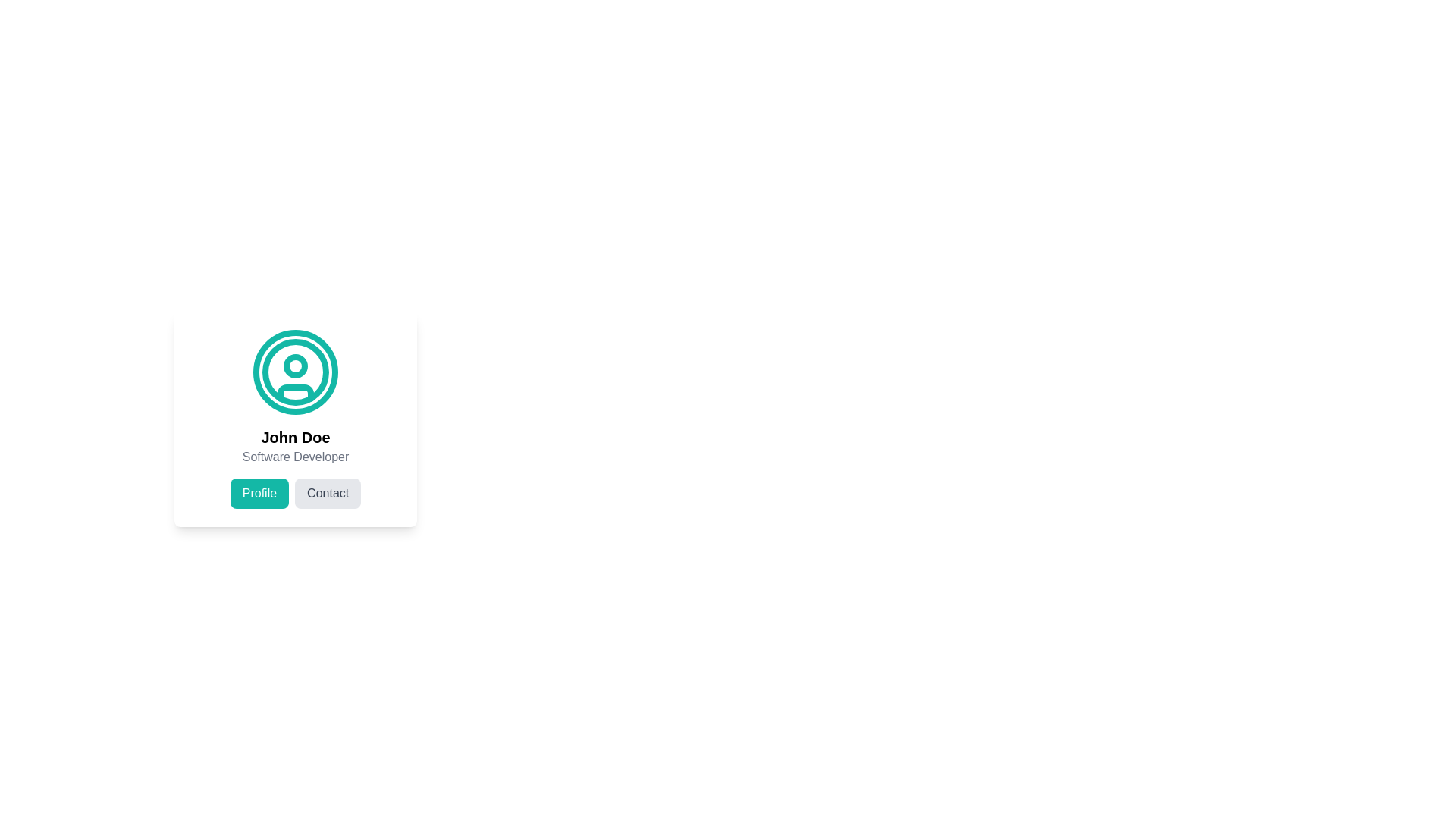 The height and width of the screenshot is (819, 1456). What do you see at coordinates (295, 419) in the screenshot?
I see `the circular avatar icon in the profile card of 'John Doe'` at bounding box center [295, 419].